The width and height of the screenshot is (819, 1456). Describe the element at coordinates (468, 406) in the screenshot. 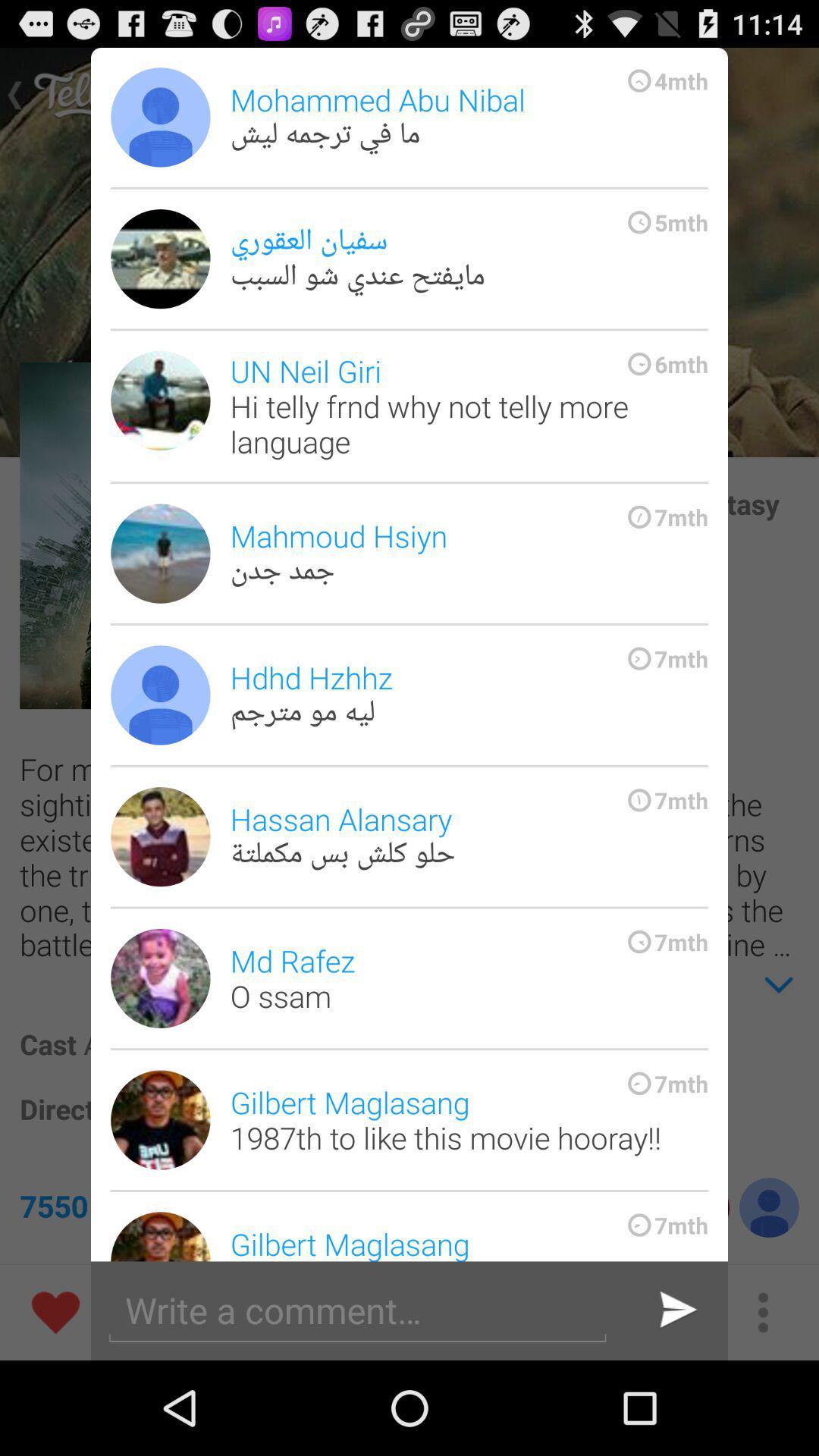

I see `the un neil giri item` at that location.